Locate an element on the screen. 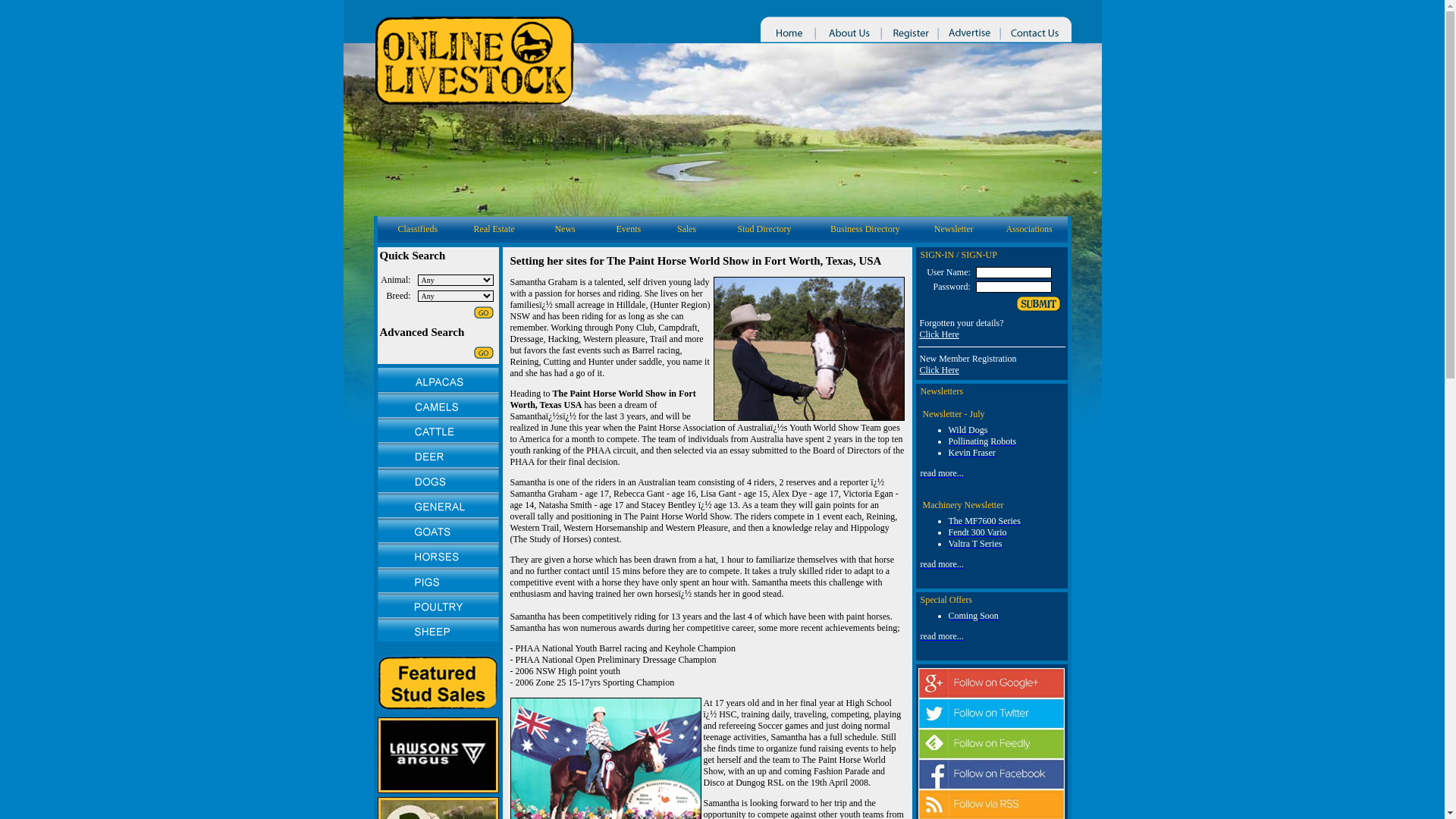 The image size is (1456, 819). 'Kevin Fraser' is located at coordinates (971, 452).